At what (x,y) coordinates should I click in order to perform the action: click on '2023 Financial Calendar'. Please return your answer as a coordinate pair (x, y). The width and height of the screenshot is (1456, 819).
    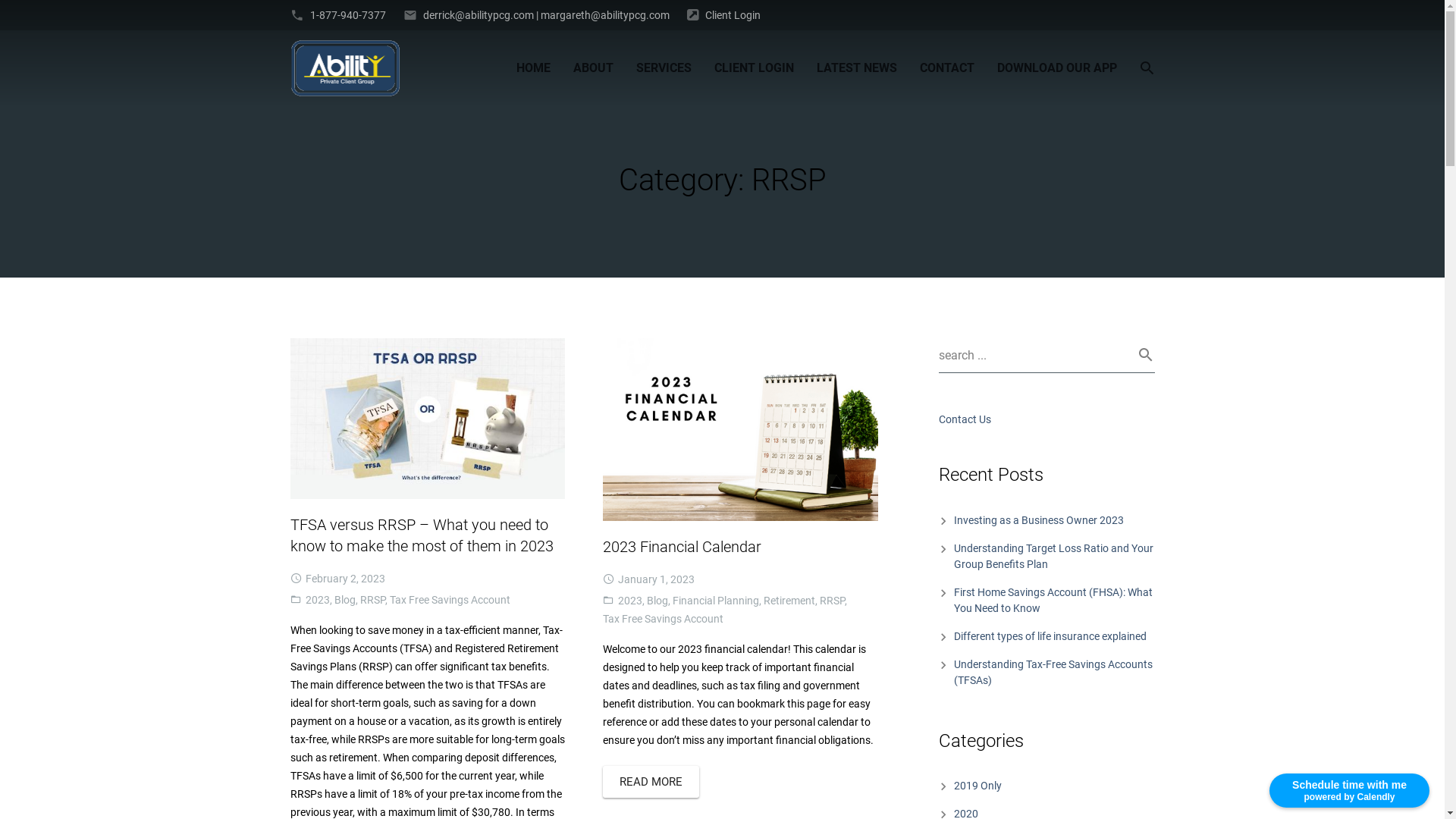
    Looking at the image, I should click on (681, 547).